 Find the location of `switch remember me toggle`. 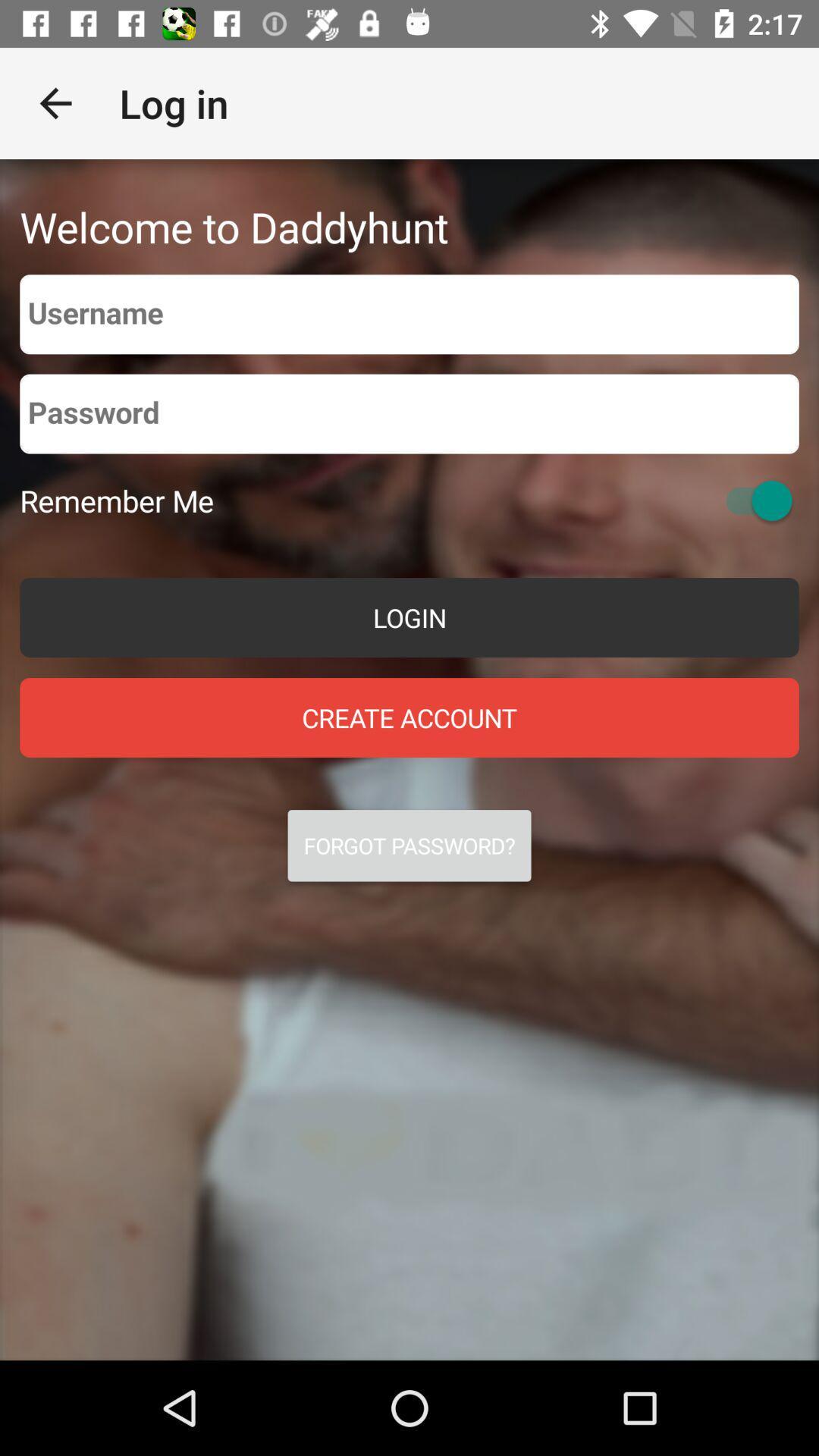

switch remember me toggle is located at coordinates (752, 500).